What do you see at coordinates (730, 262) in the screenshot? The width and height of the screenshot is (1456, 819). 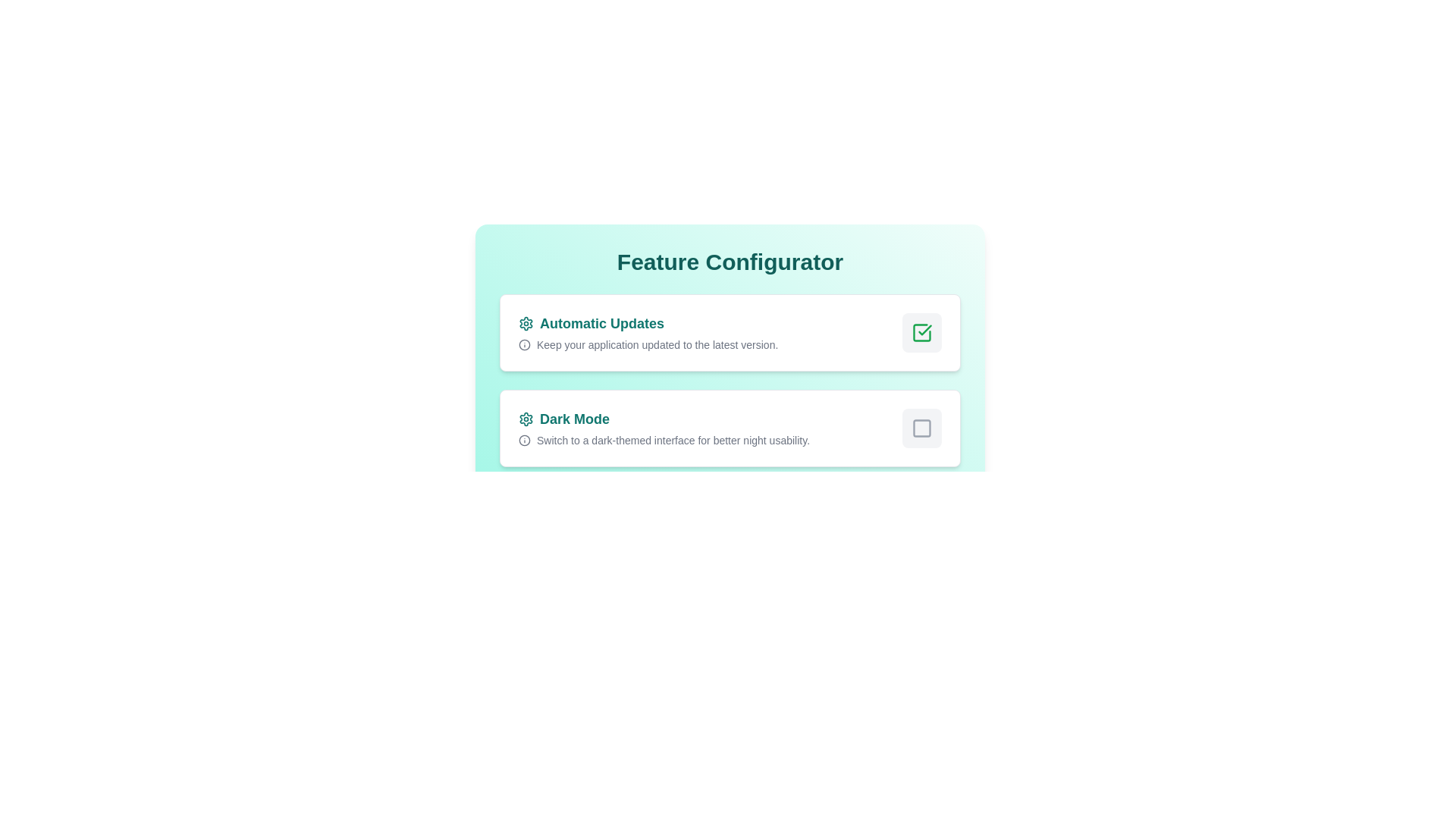 I see `text from the centered heading element that displays 'Feature Configurator', which is bold and styled with a large teal font against a gradient teal background` at bounding box center [730, 262].